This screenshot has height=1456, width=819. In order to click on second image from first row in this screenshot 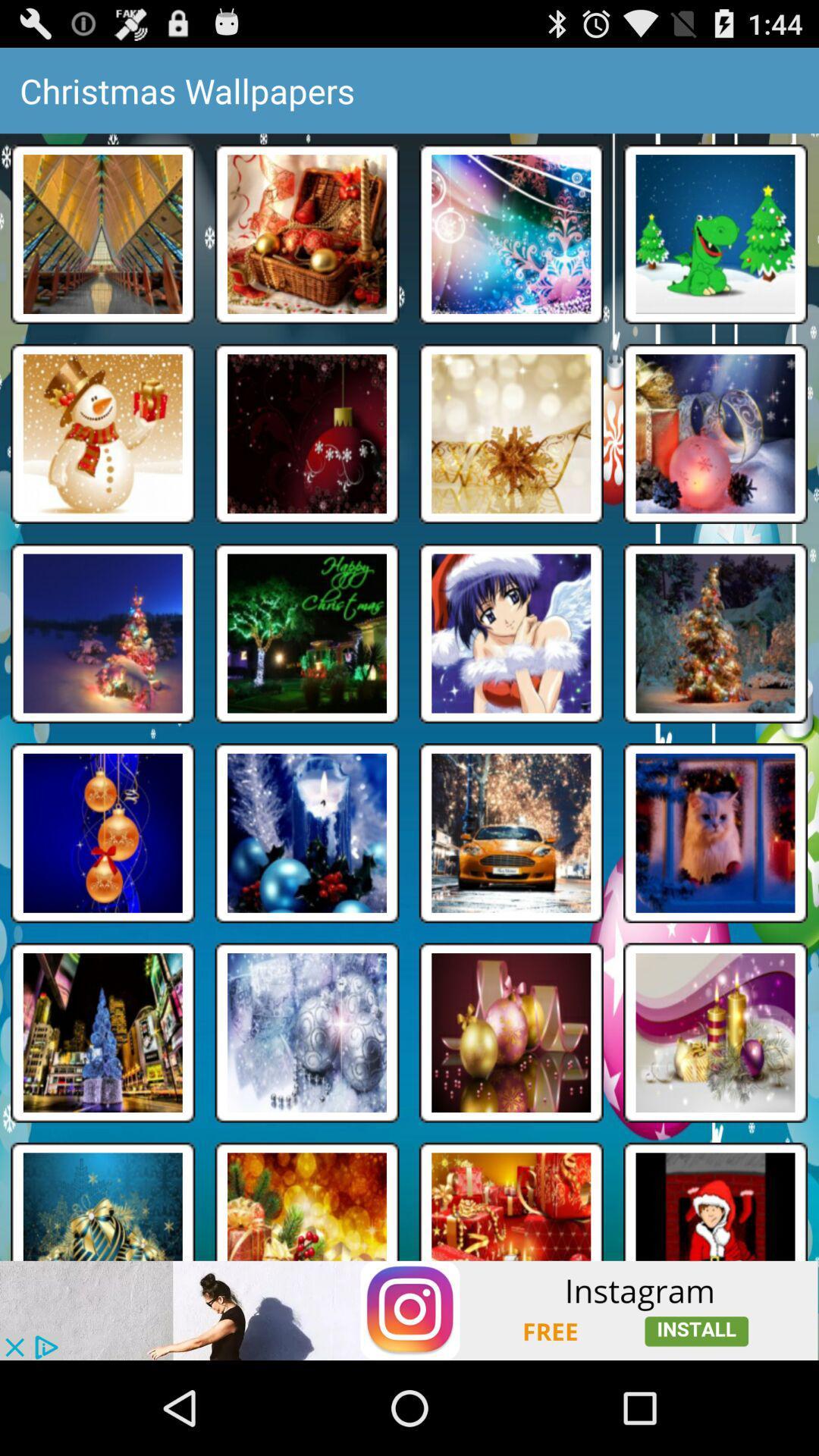, I will do `click(307, 233)`.